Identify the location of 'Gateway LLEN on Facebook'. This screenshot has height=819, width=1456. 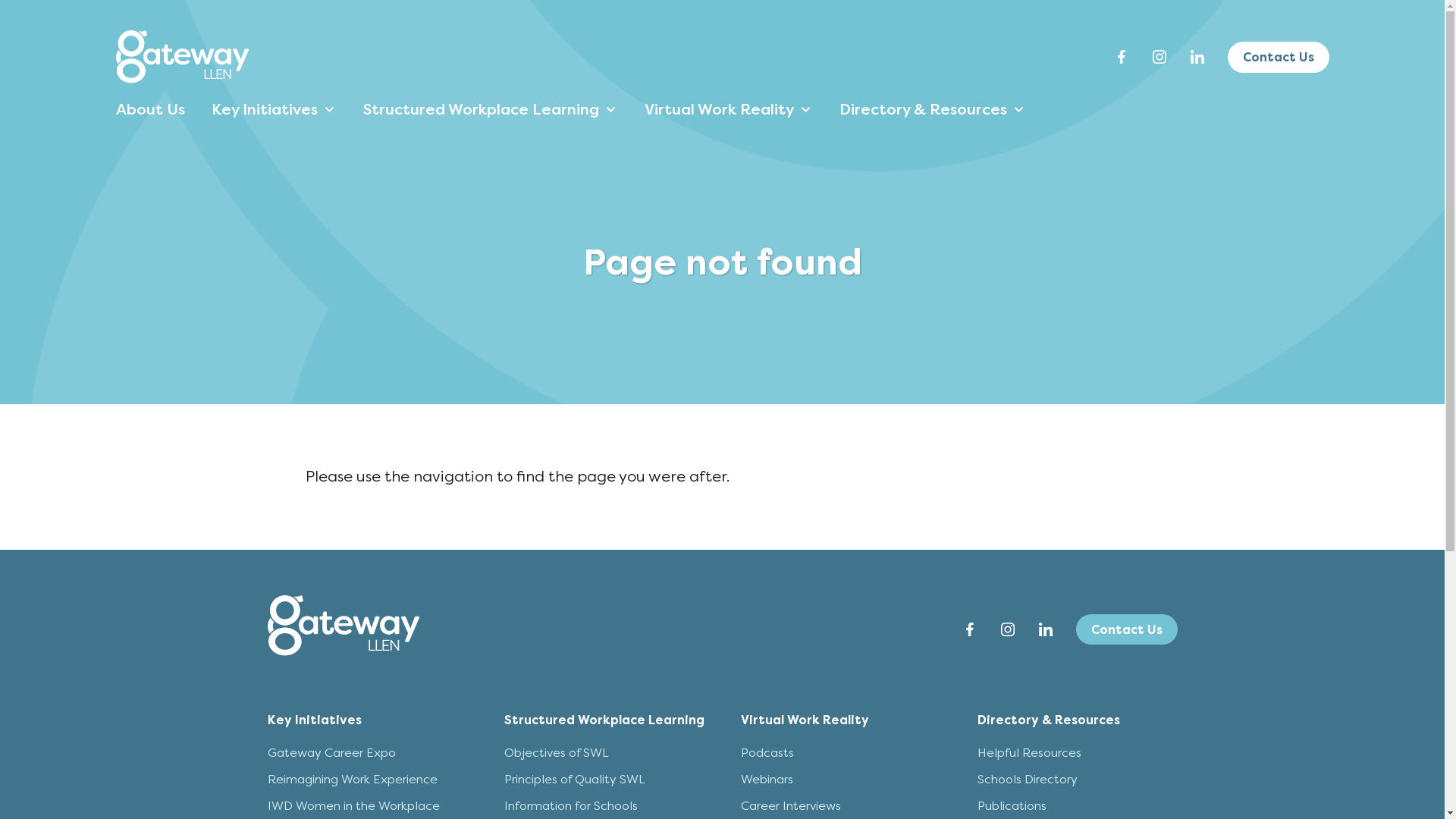
(1121, 55).